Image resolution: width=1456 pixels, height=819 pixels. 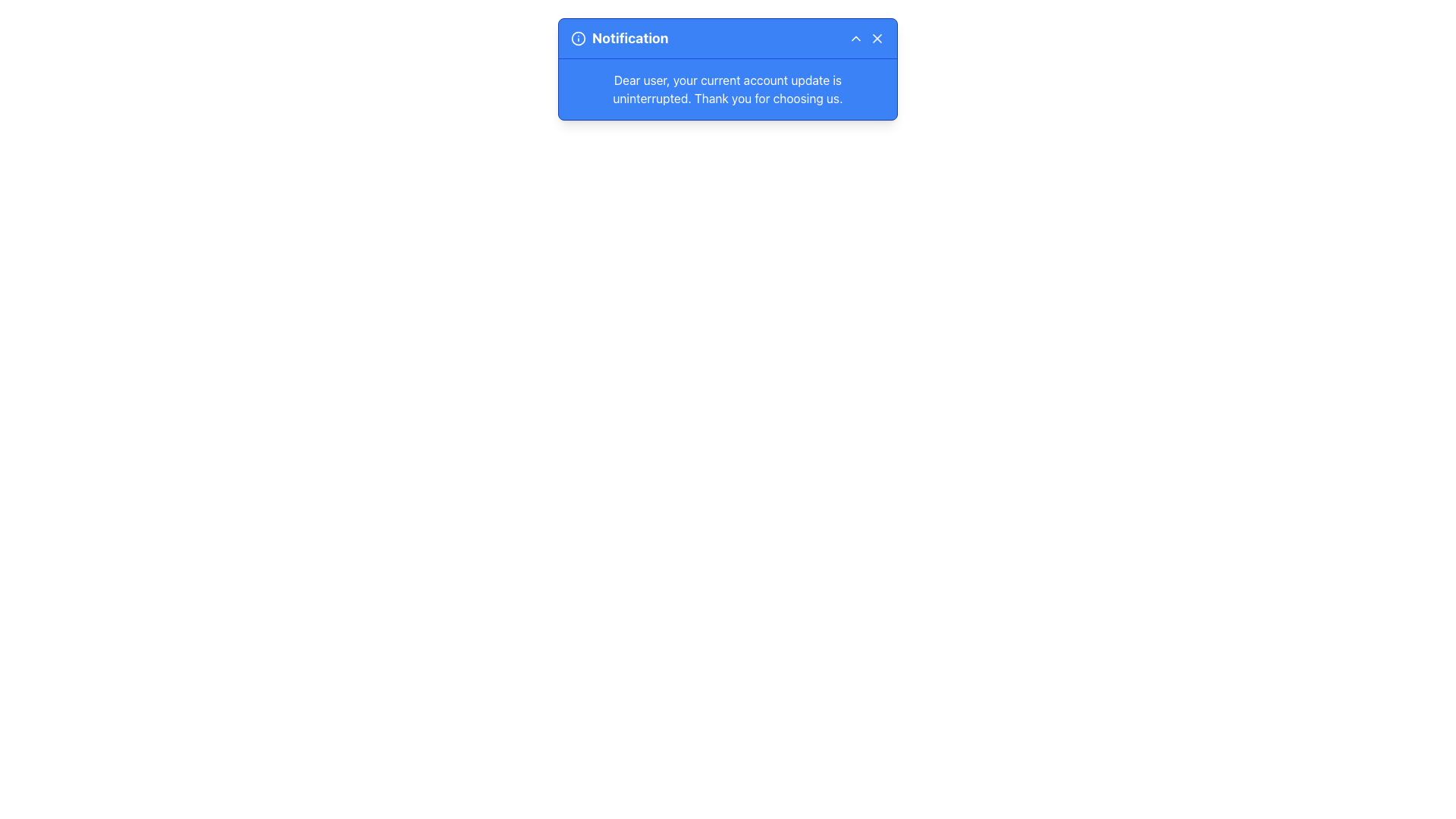 I want to click on the graphical element representing the information icon, which is located at the upper-left corner of the blue notification box beside the title 'Notification', so click(x=578, y=37).